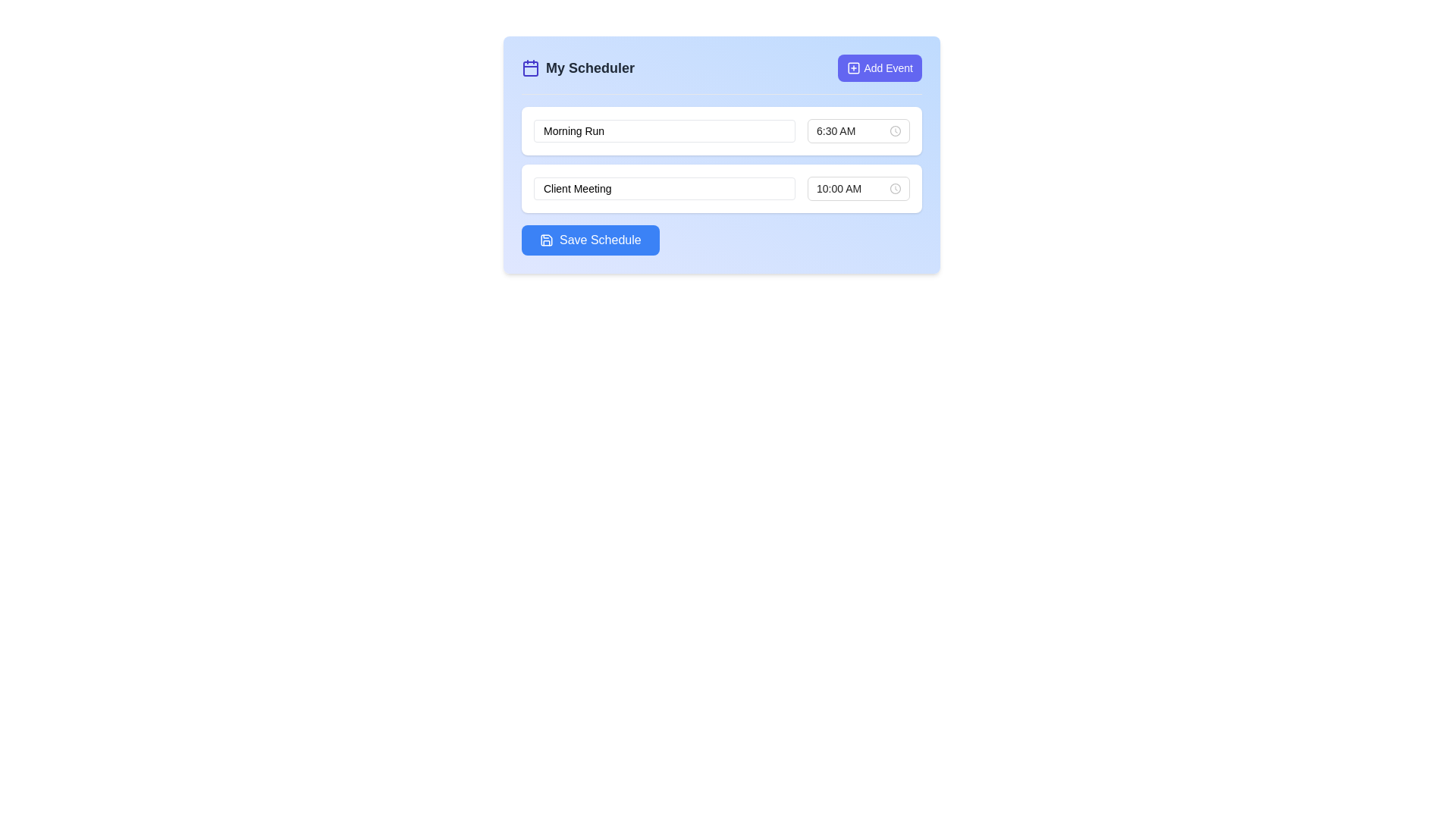 This screenshot has height=819, width=1456. I want to click on the calendar icon located at the top-left corner of the scheduler interface, next to the text 'My Scheduler', so click(531, 69).